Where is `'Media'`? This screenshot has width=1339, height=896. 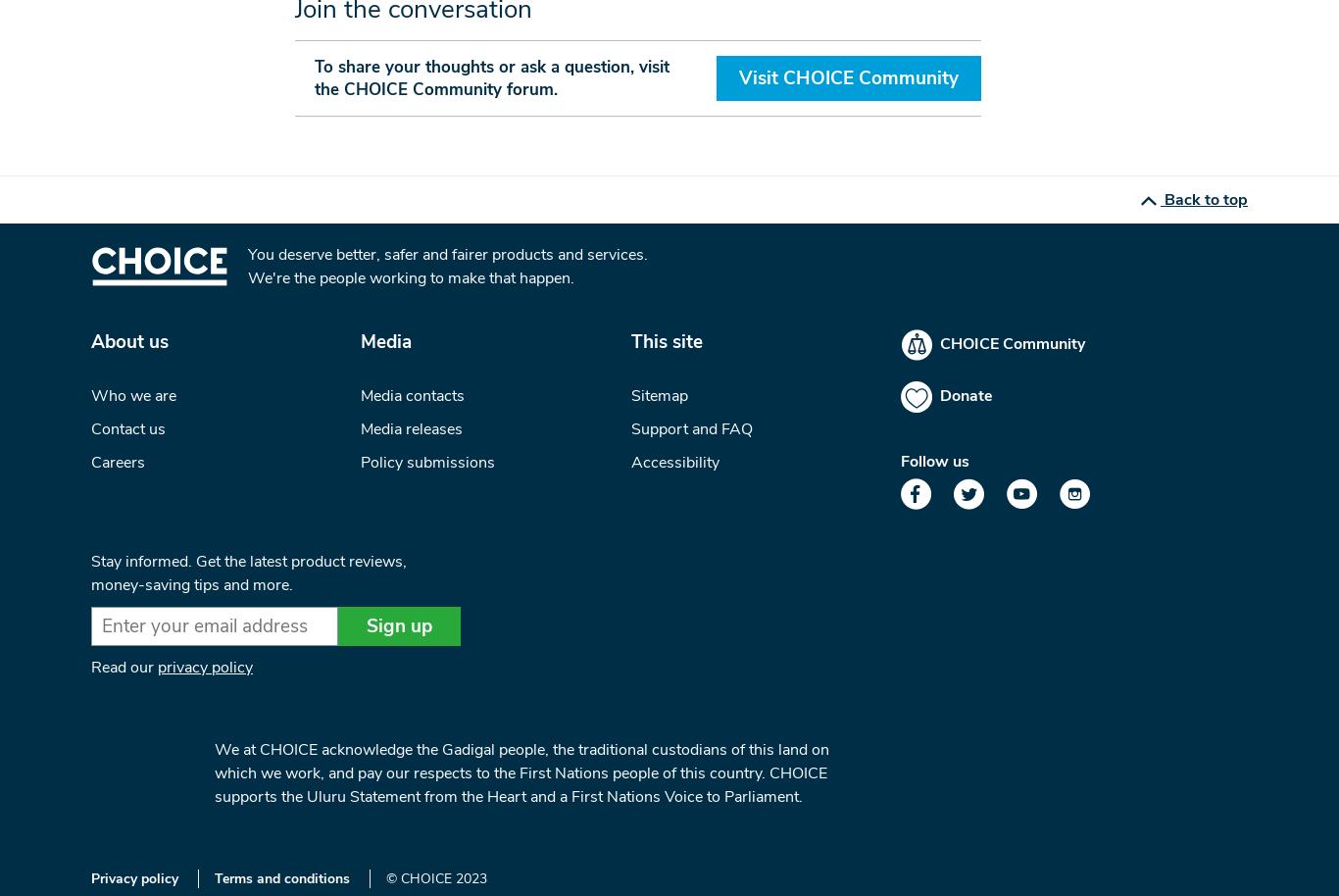
'Media' is located at coordinates (360, 340).